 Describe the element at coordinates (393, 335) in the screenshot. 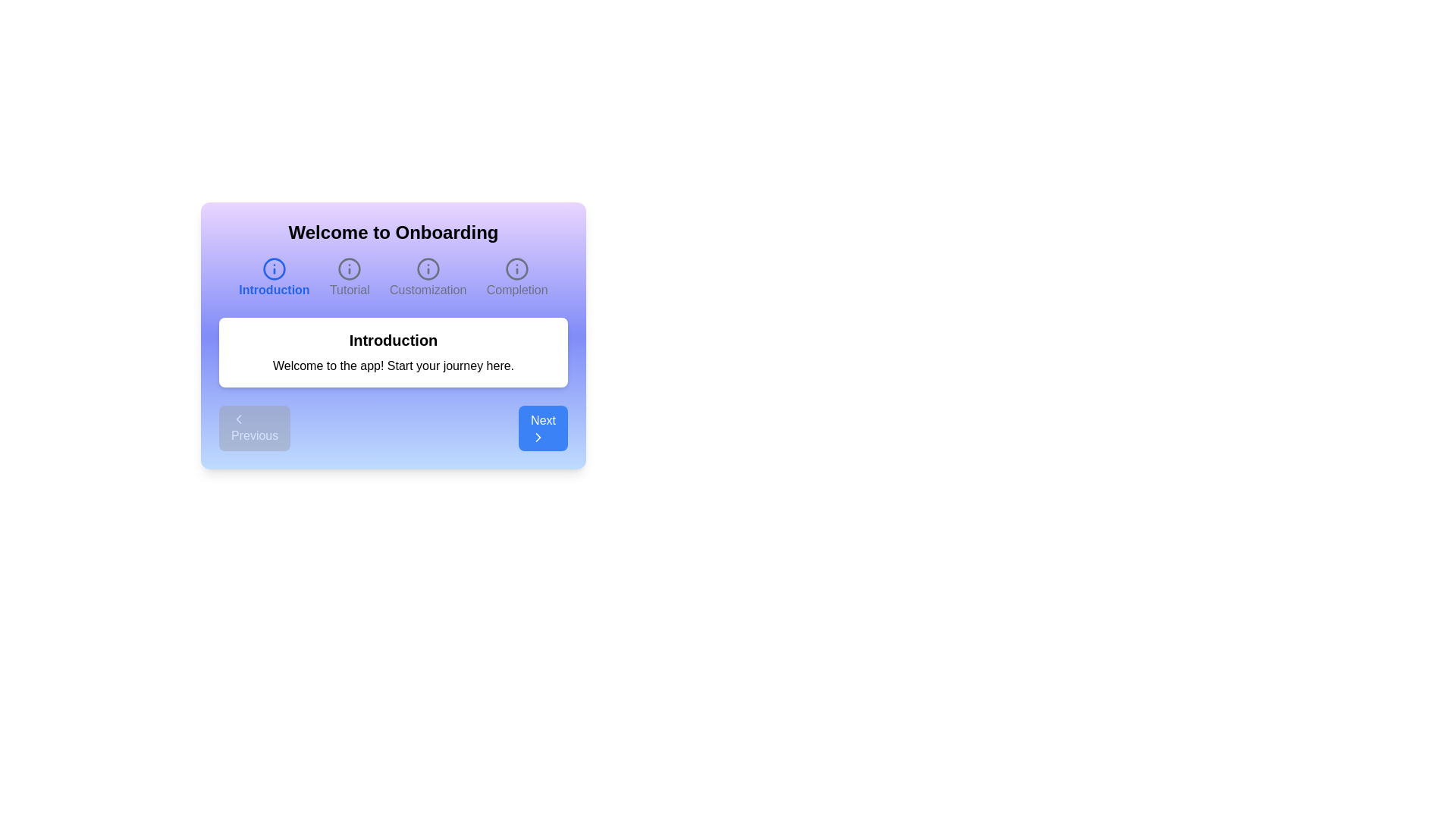

I see `the Informational panel located centrally below the navigation tabs, which introduces the user to the application and starts the onboarding process` at that location.